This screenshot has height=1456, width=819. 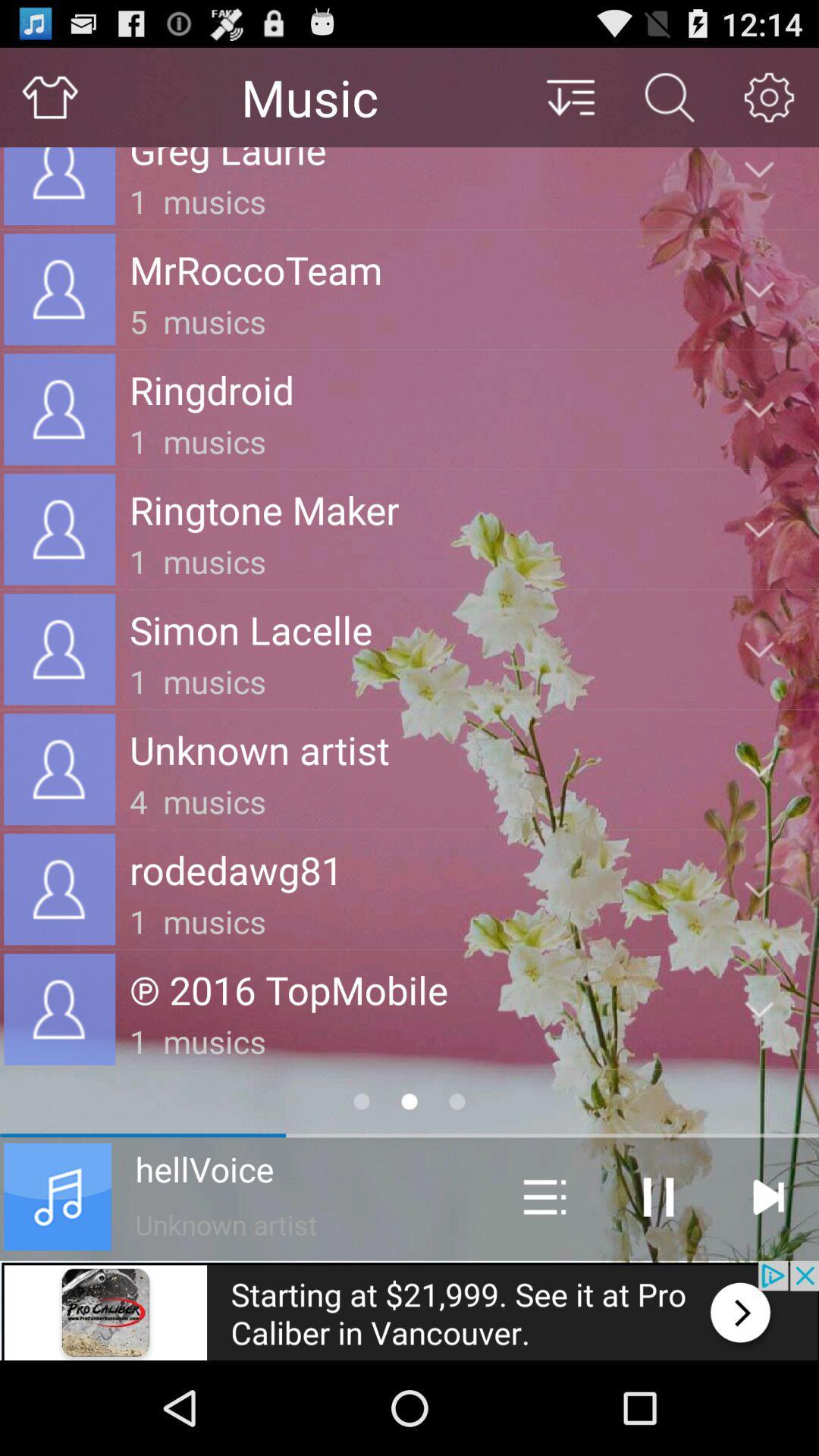 I want to click on the settings icon, so click(x=769, y=103).